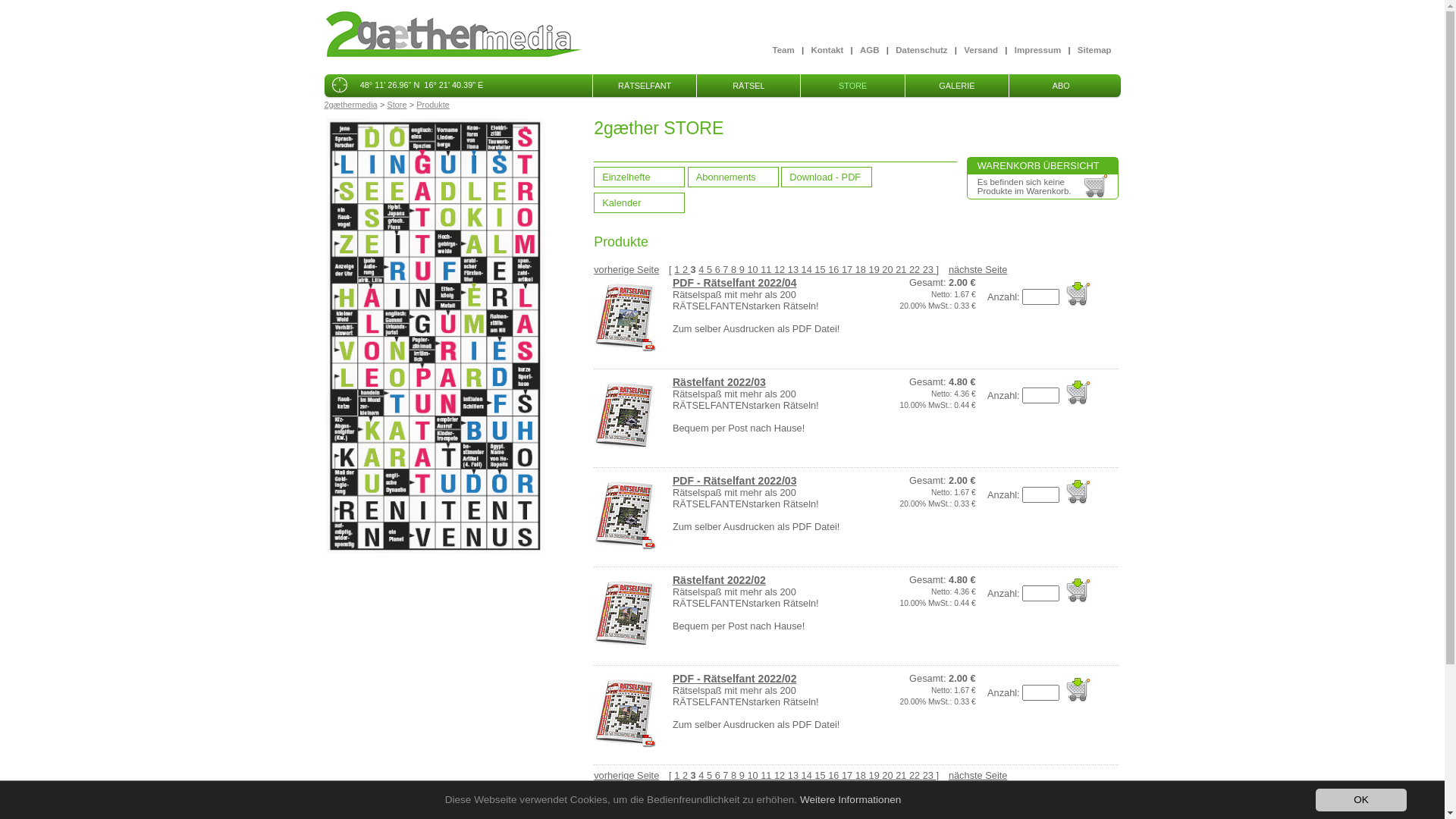 The height and width of the screenshot is (819, 1456). I want to click on 'Artikel in den Warenkorb legen', so click(1077, 294).